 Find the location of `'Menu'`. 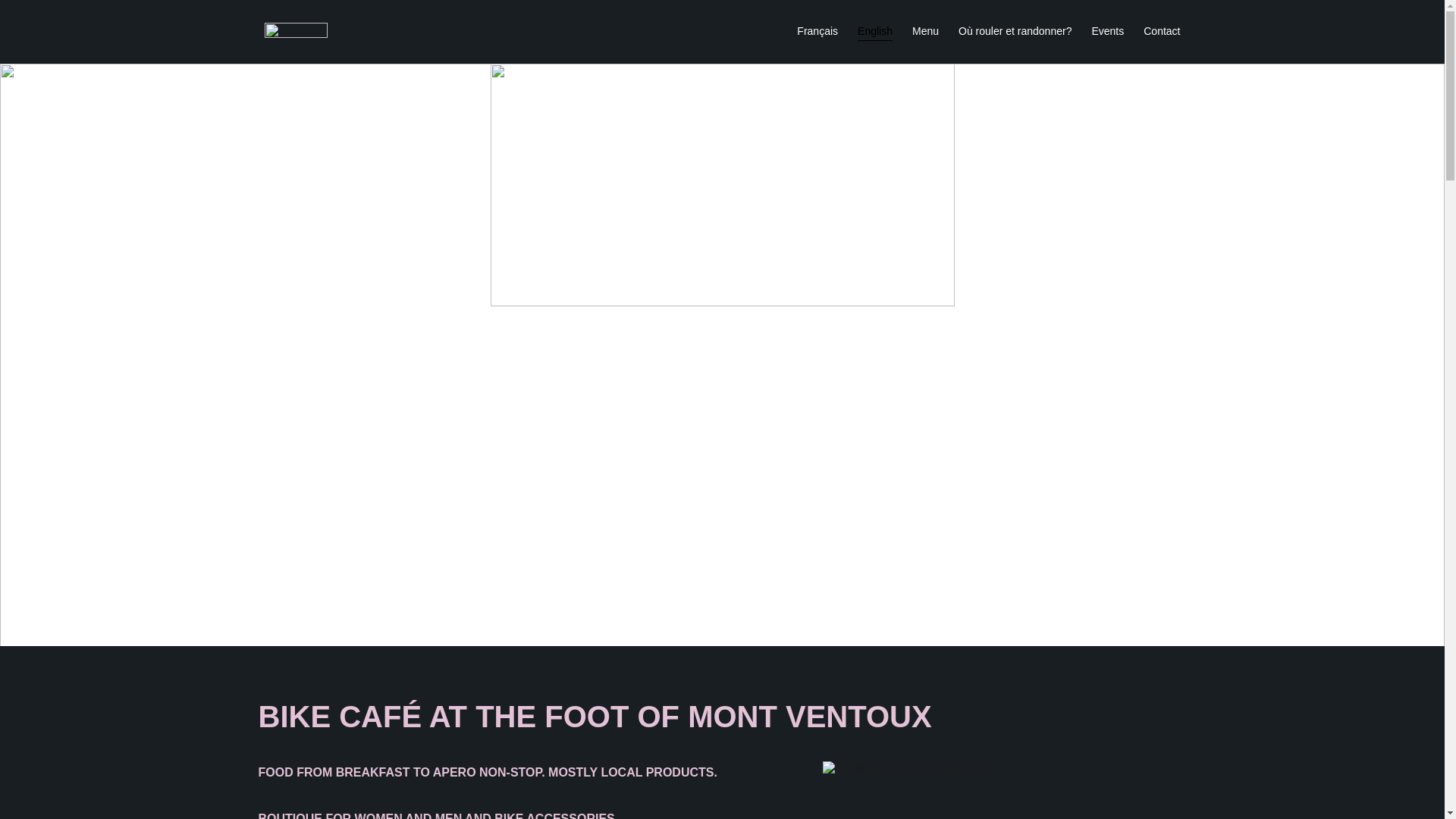

'Menu' is located at coordinates (924, 32).